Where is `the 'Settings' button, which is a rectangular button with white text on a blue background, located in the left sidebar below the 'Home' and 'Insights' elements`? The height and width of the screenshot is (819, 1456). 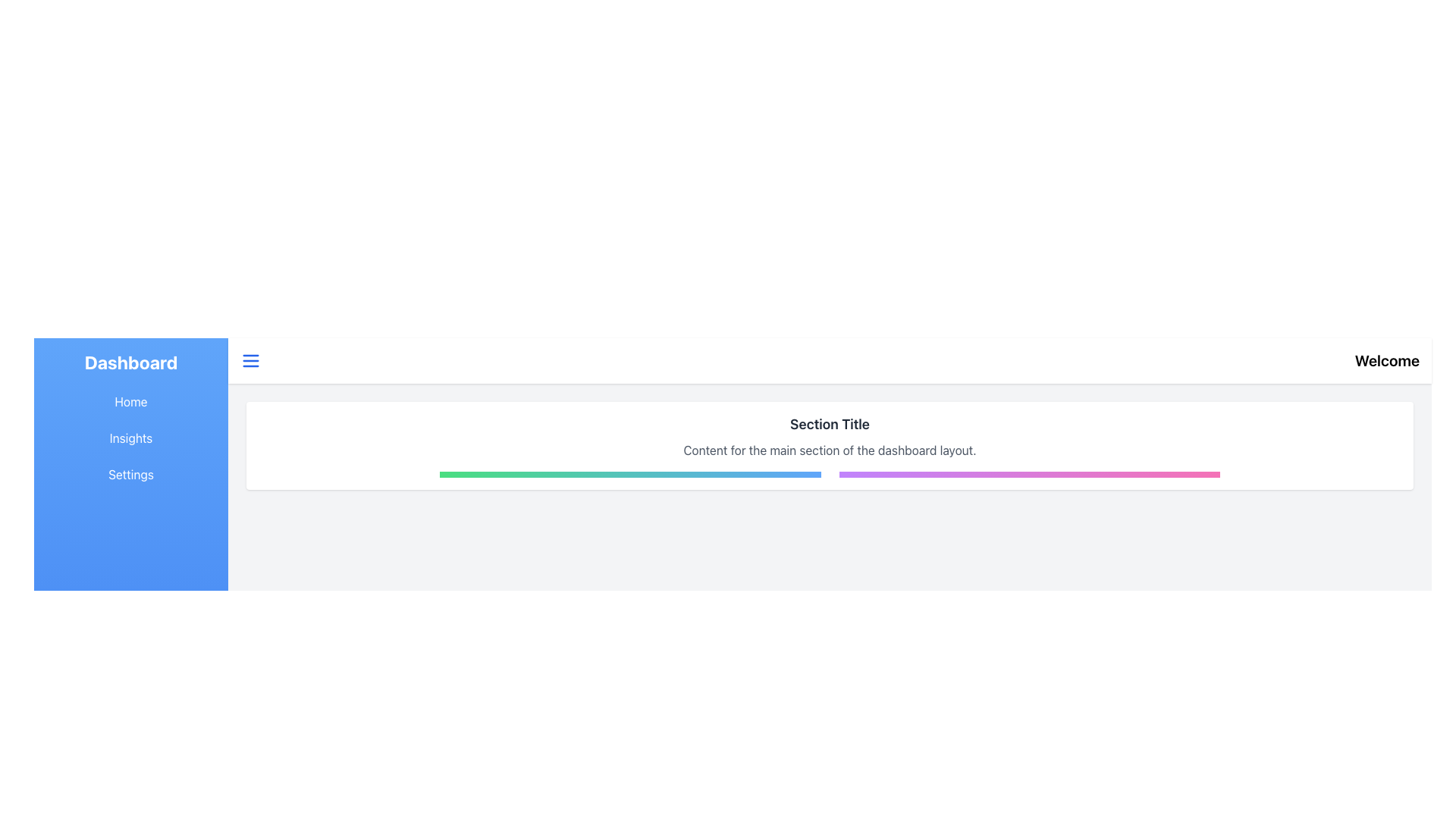 the 'Settings' button, which is a rectangular button with white text on a blue background, located in the left sidebar below the 'Home' and 'Insights' elements is located at coordinates (130, 473).